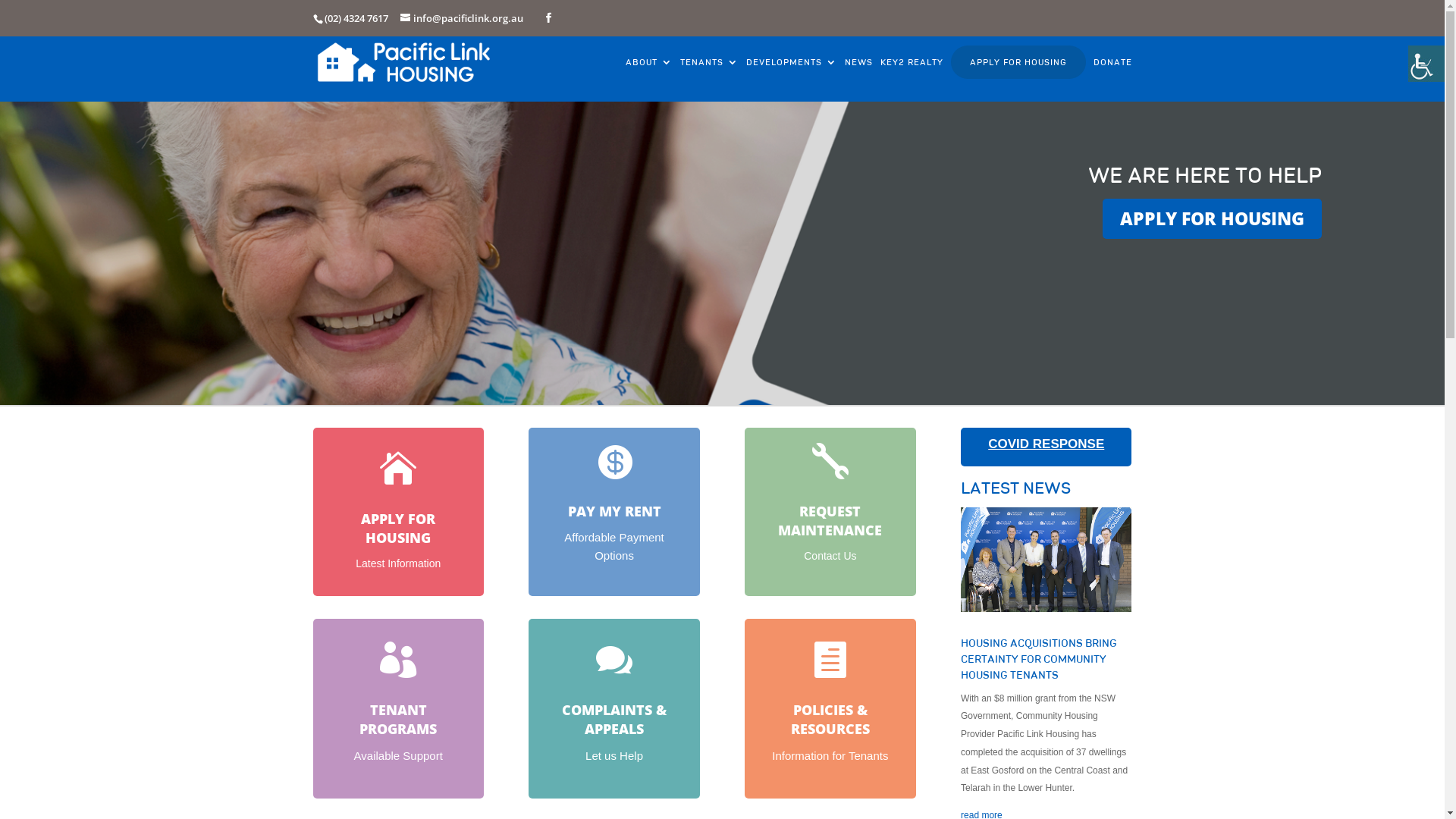  I want to click on 'WE ARE HERE TO HELP', so click(1203, 174).